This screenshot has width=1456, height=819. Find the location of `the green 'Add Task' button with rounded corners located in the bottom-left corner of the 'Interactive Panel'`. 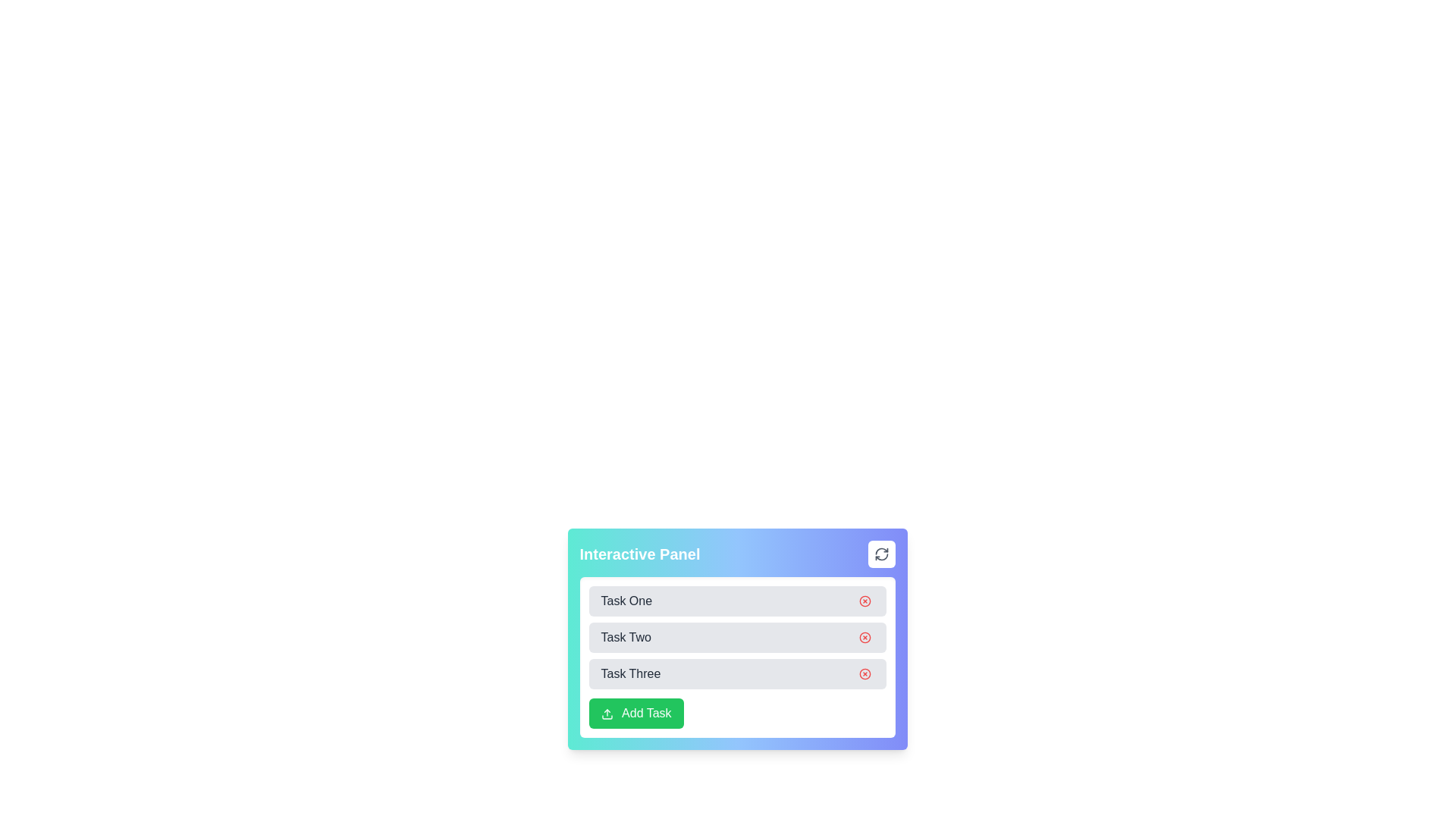

the green 'Add Task' button with rounded corners located in the bottom-left corner of the 'Interactive Panel' is located at coordinates (636, 714).